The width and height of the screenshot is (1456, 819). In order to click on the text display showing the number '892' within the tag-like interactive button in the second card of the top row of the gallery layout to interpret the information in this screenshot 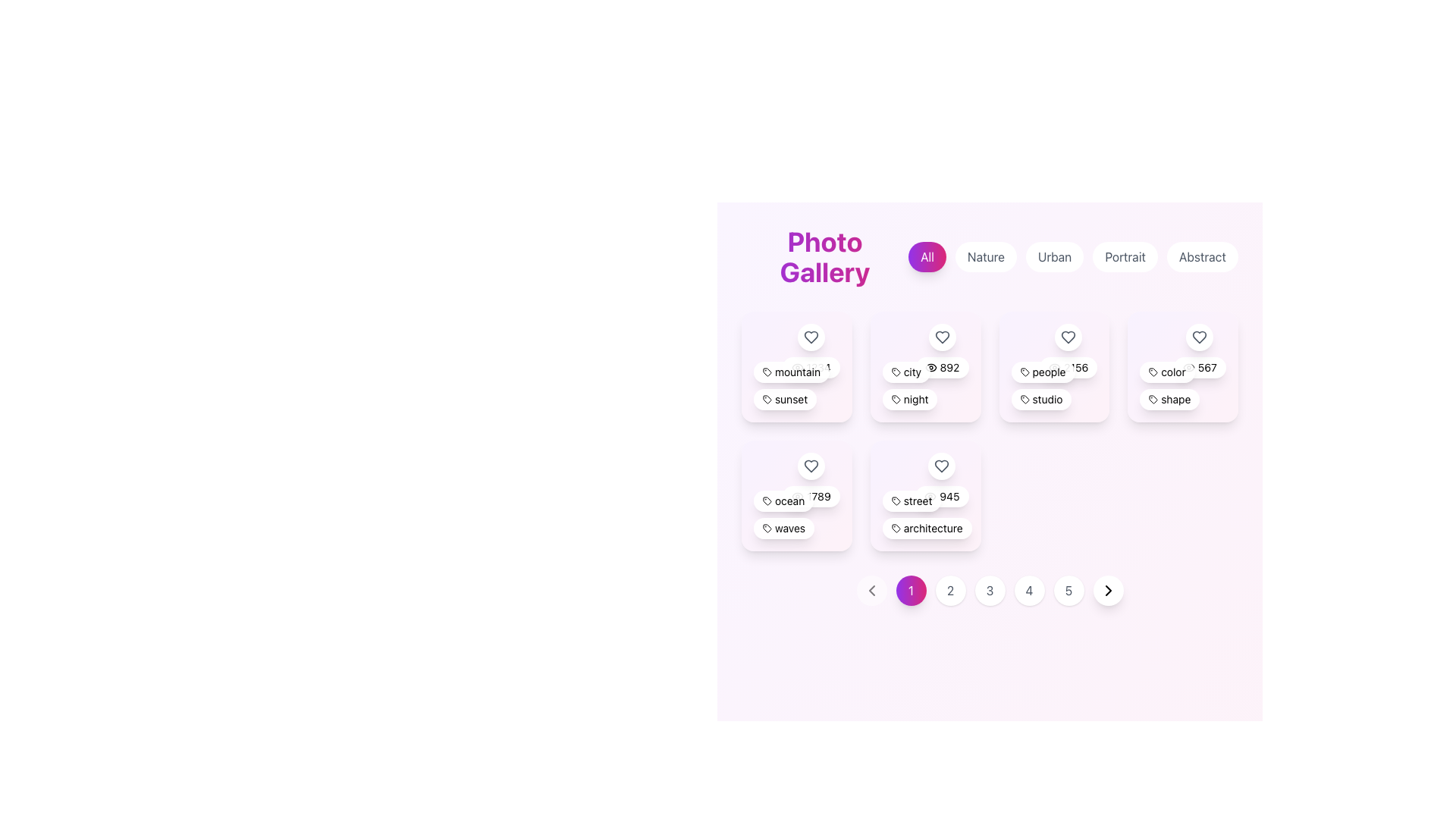, I will do `click(949, 368)`.